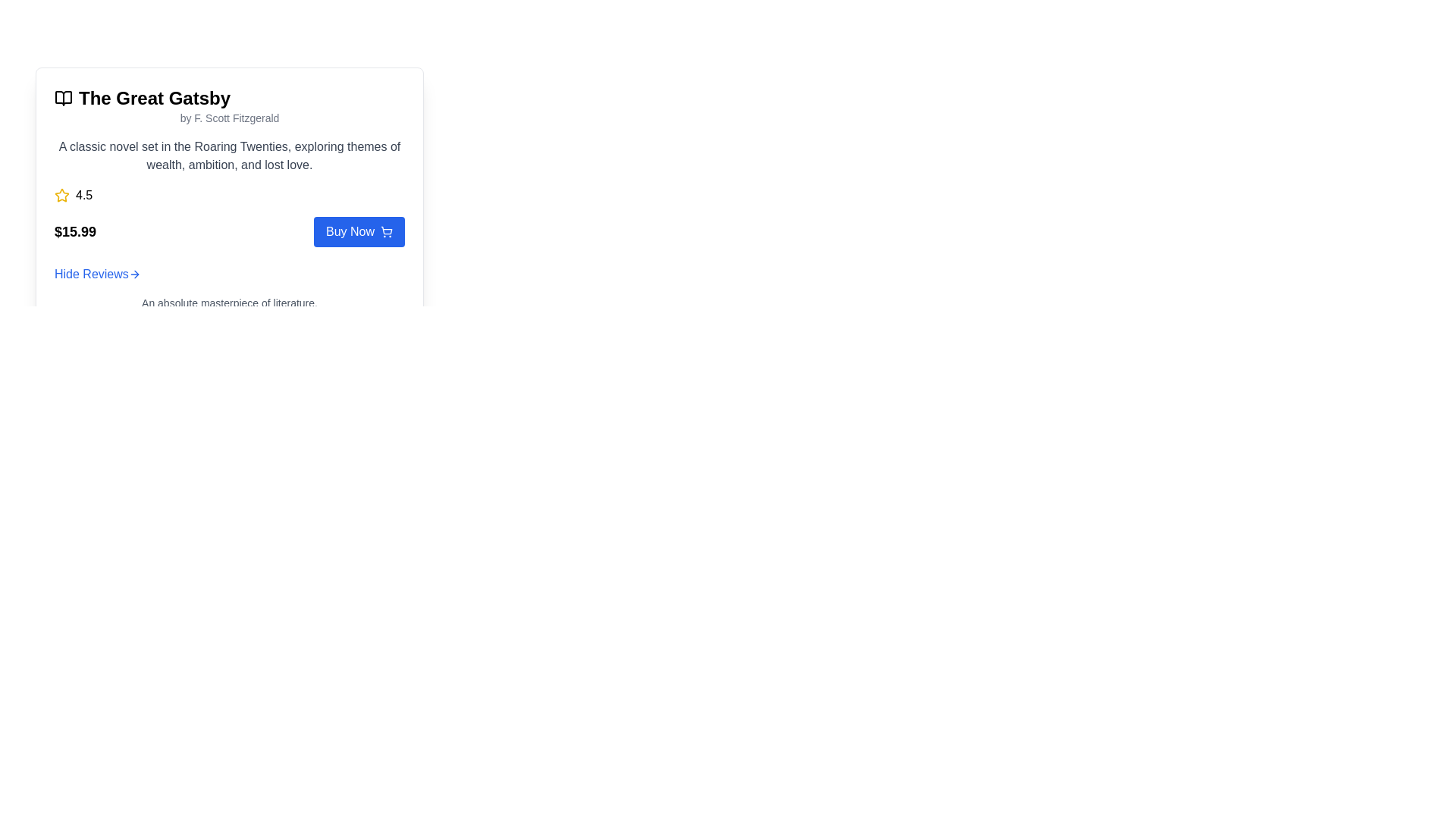 This screenshot has width=1456, height=819. What do you see at coordinates (96, 275) in the screenshot?
I see `the hyperlink located below the 'Buy Now' button and above the review section` at bounding box center [96, 275].